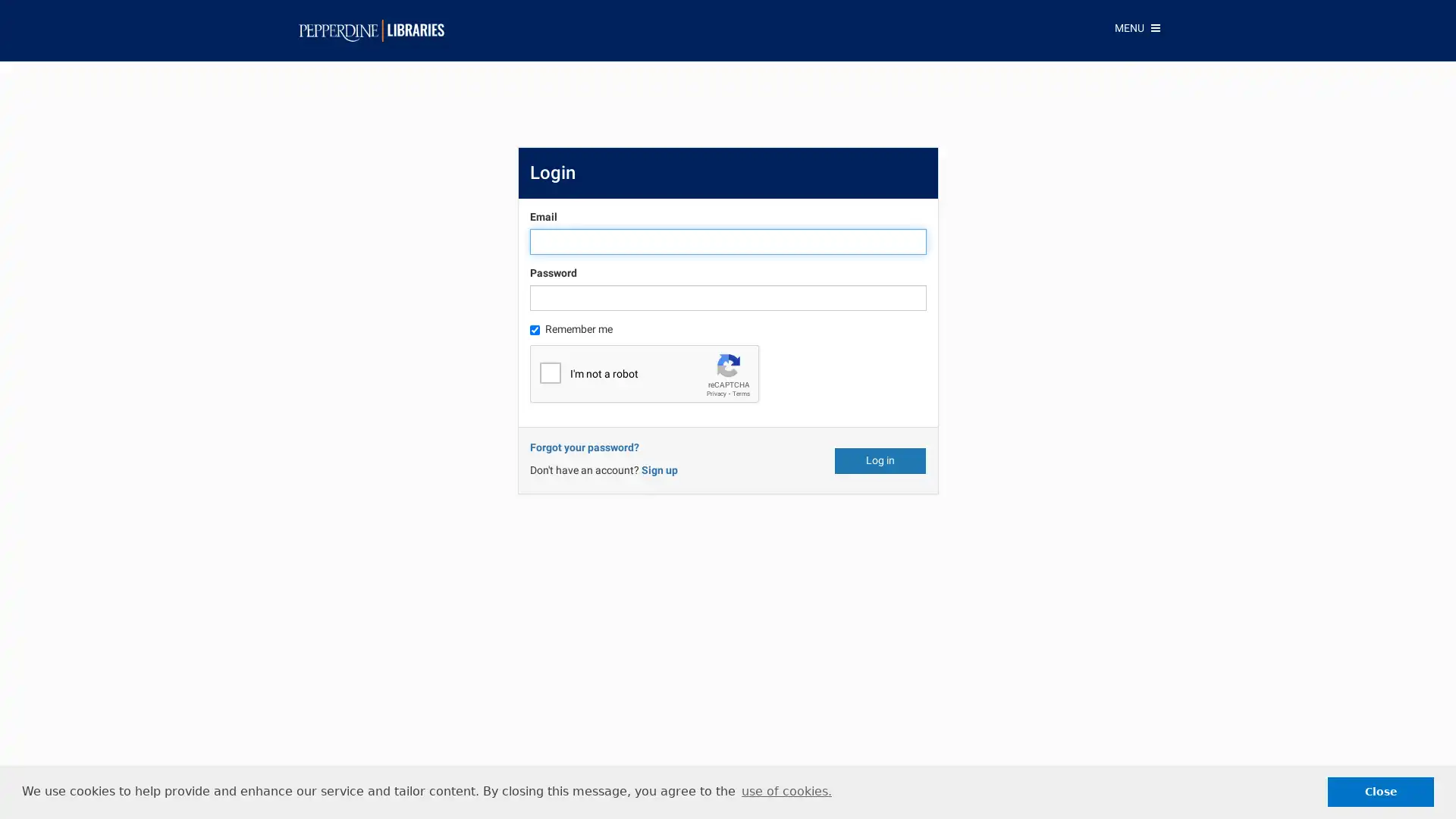  Describe the element at coordinates (786, 791) in the screenshot. I see `learn more about cookies` at that location.